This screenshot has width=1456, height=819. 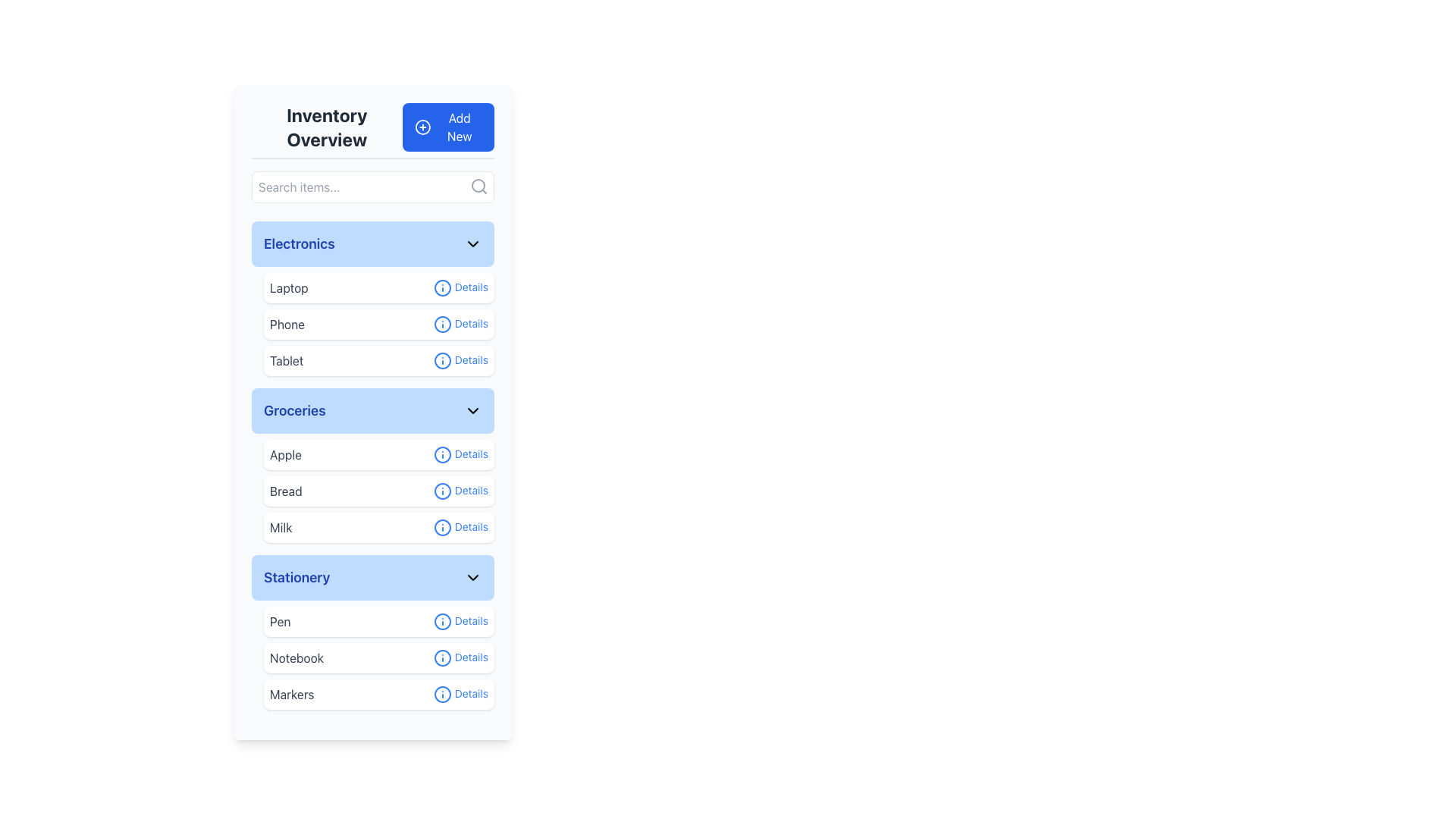 I want to click on the 'Groceries' section title located in the left column, positioned under 'Electronics' and above 'Stationery', so click(x=294, y=411).